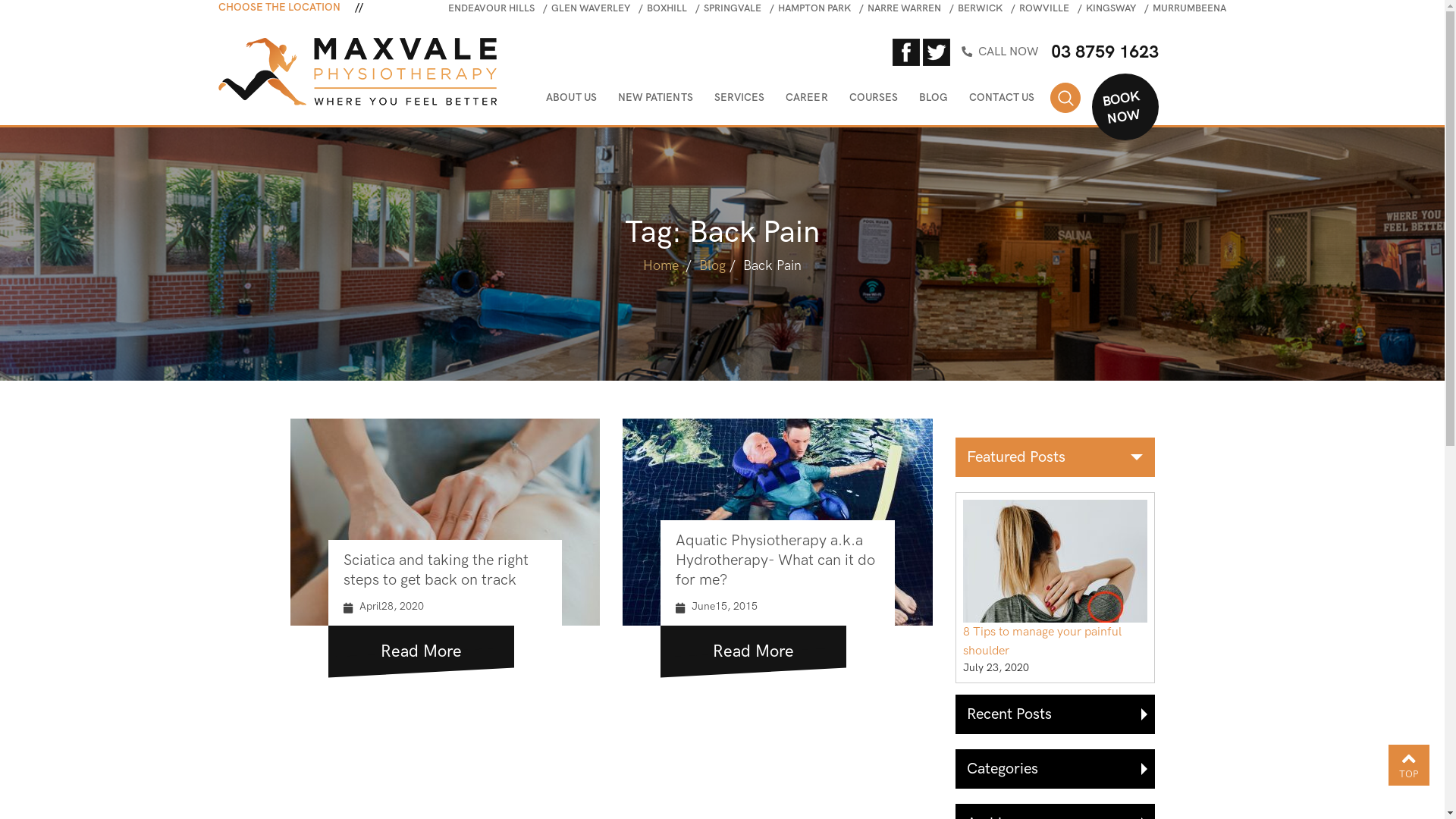  Describe the element at coordinates (874, 100) in the screenshot. I see `'COURSES'` at that location.